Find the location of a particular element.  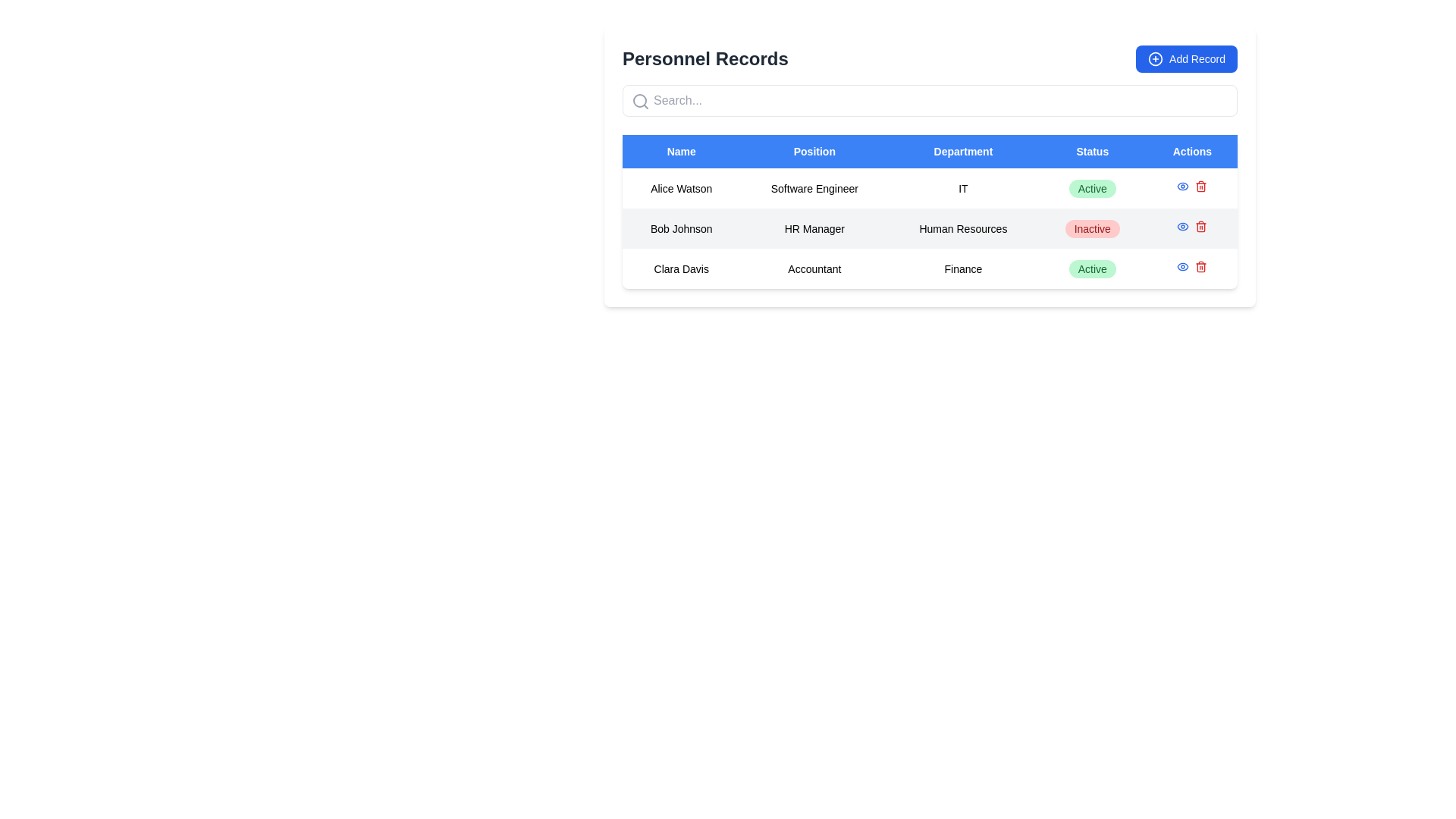

the blue eye icon button in the 'Actions' column of the data table corresponding to the 'IT' department is located at coordinates (1182, 186).